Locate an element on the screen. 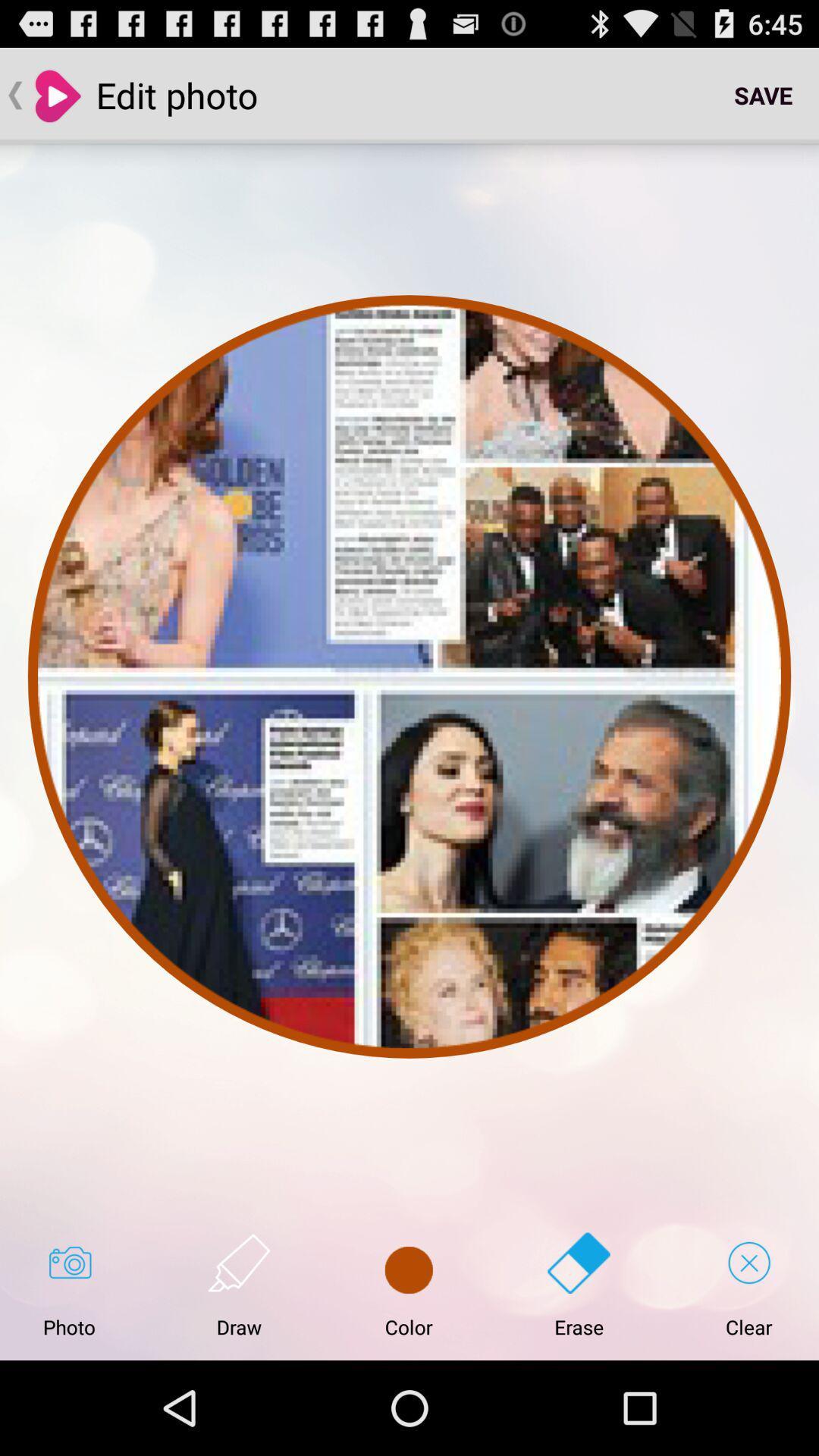 The image size is (819, 1456). the item to the left of the erase button is located at coordinates (408, 1285).